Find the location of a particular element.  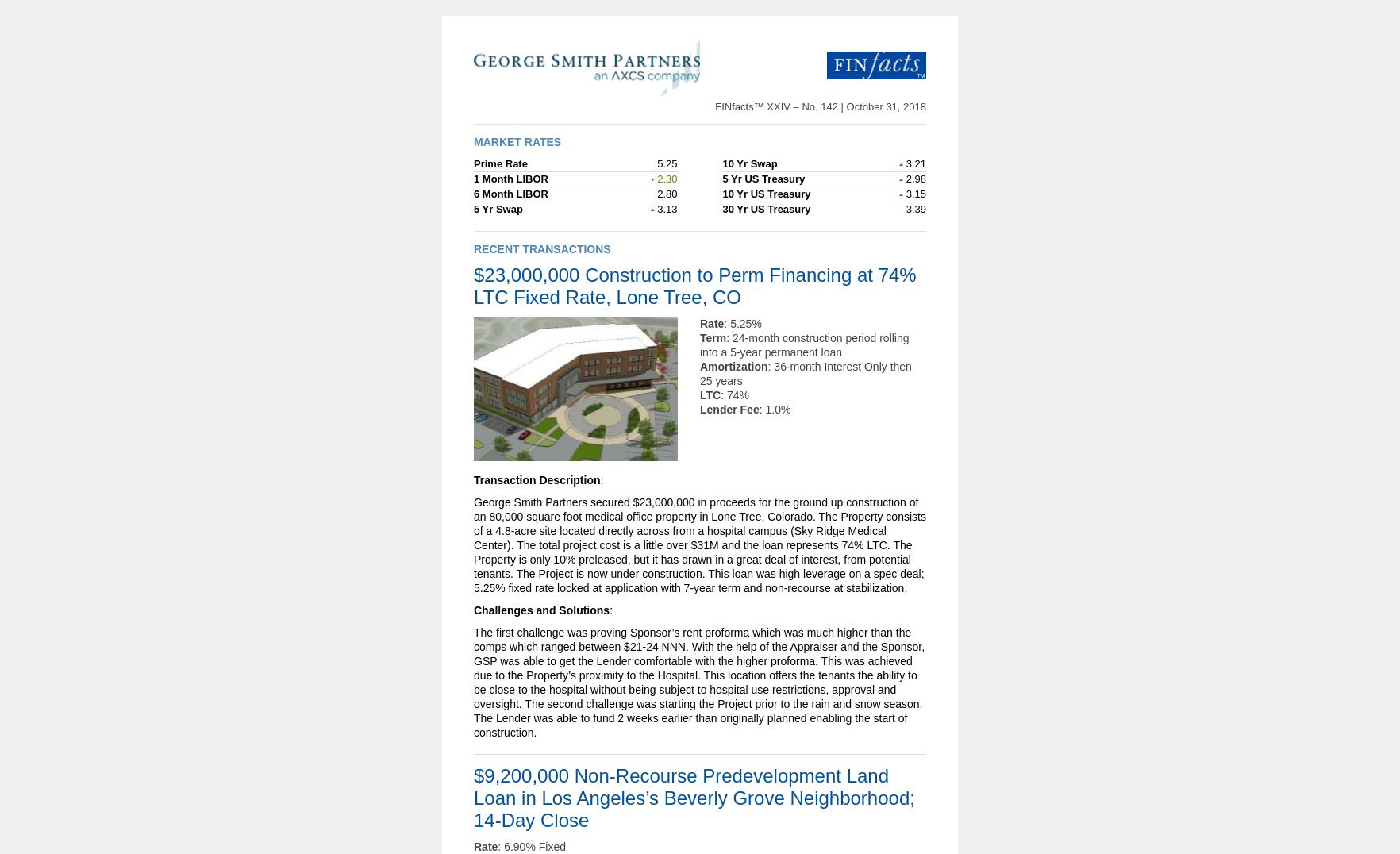

'3.39' is located at coordinates (902, 208).